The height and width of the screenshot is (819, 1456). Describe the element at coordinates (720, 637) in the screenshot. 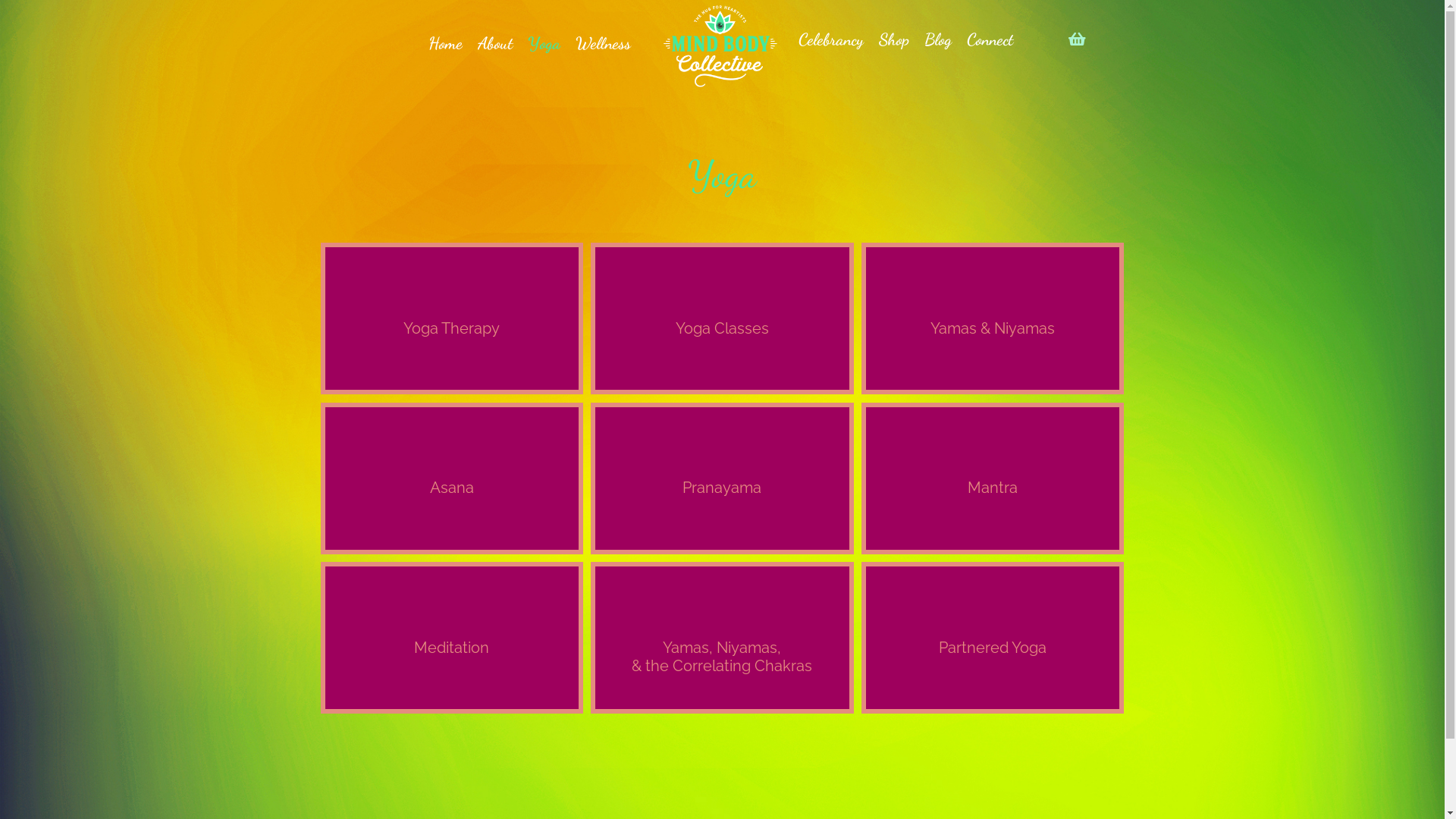

I see `'Yamas, Niyamas,` at that location.